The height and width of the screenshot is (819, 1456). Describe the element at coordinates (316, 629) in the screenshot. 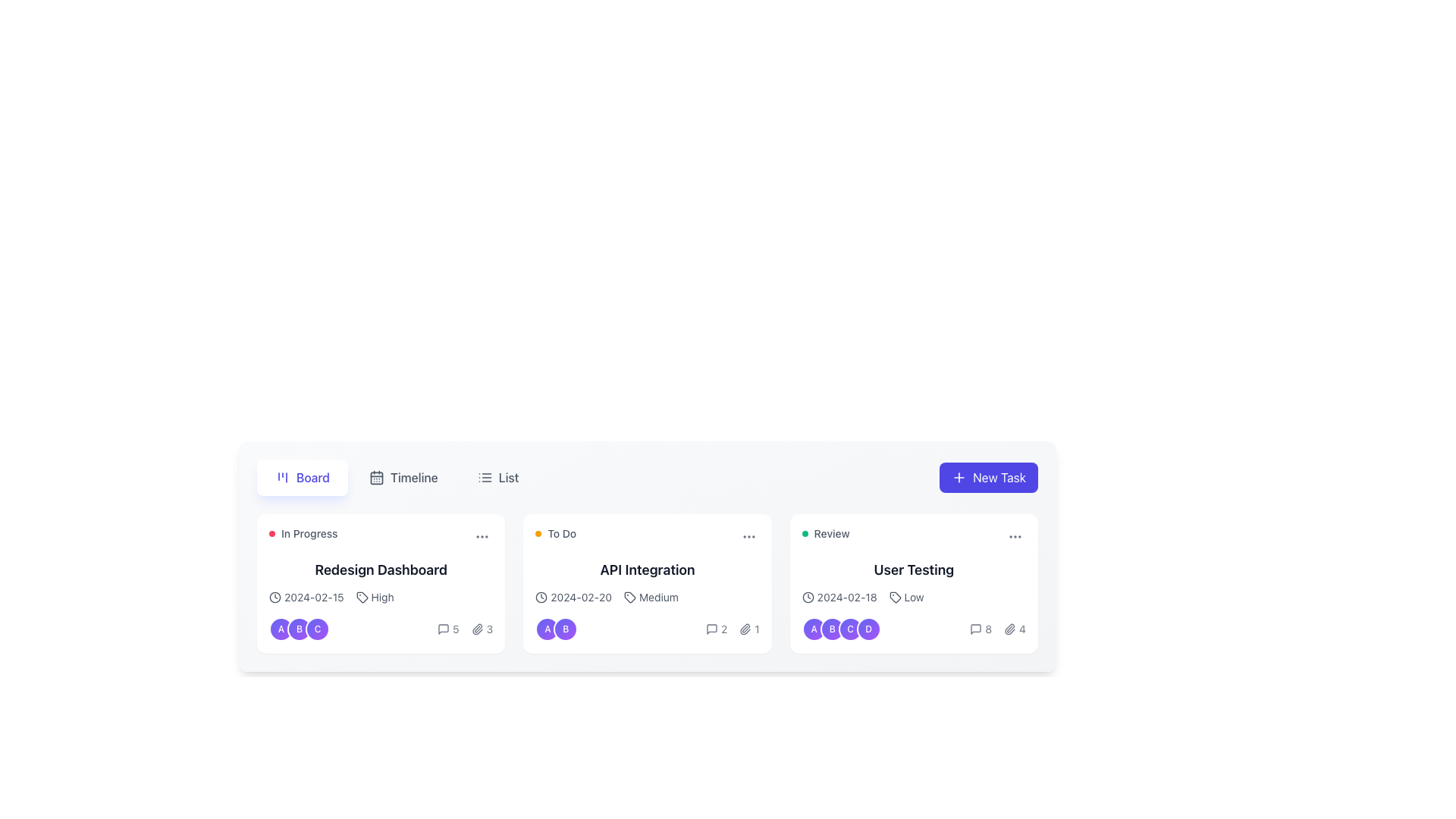

I see `the Profile identifier badge, which is the third circular badge representing a user or group associated with the 'In Progress' task card, located at the bottom section of the card` at that location.